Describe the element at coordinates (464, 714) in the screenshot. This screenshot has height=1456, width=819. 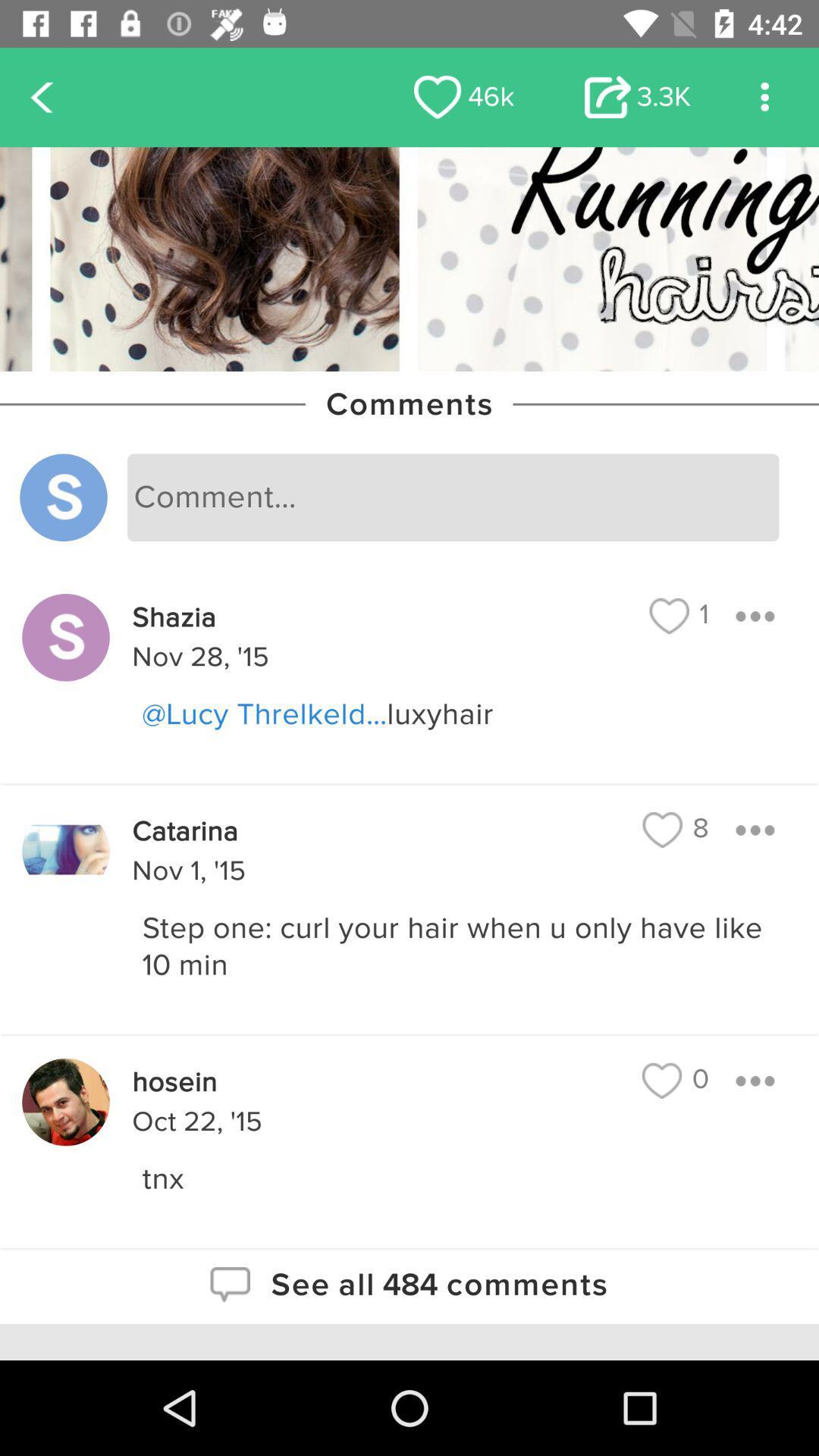
I see `@lucy threlkeld...luxyhair item` at that location.